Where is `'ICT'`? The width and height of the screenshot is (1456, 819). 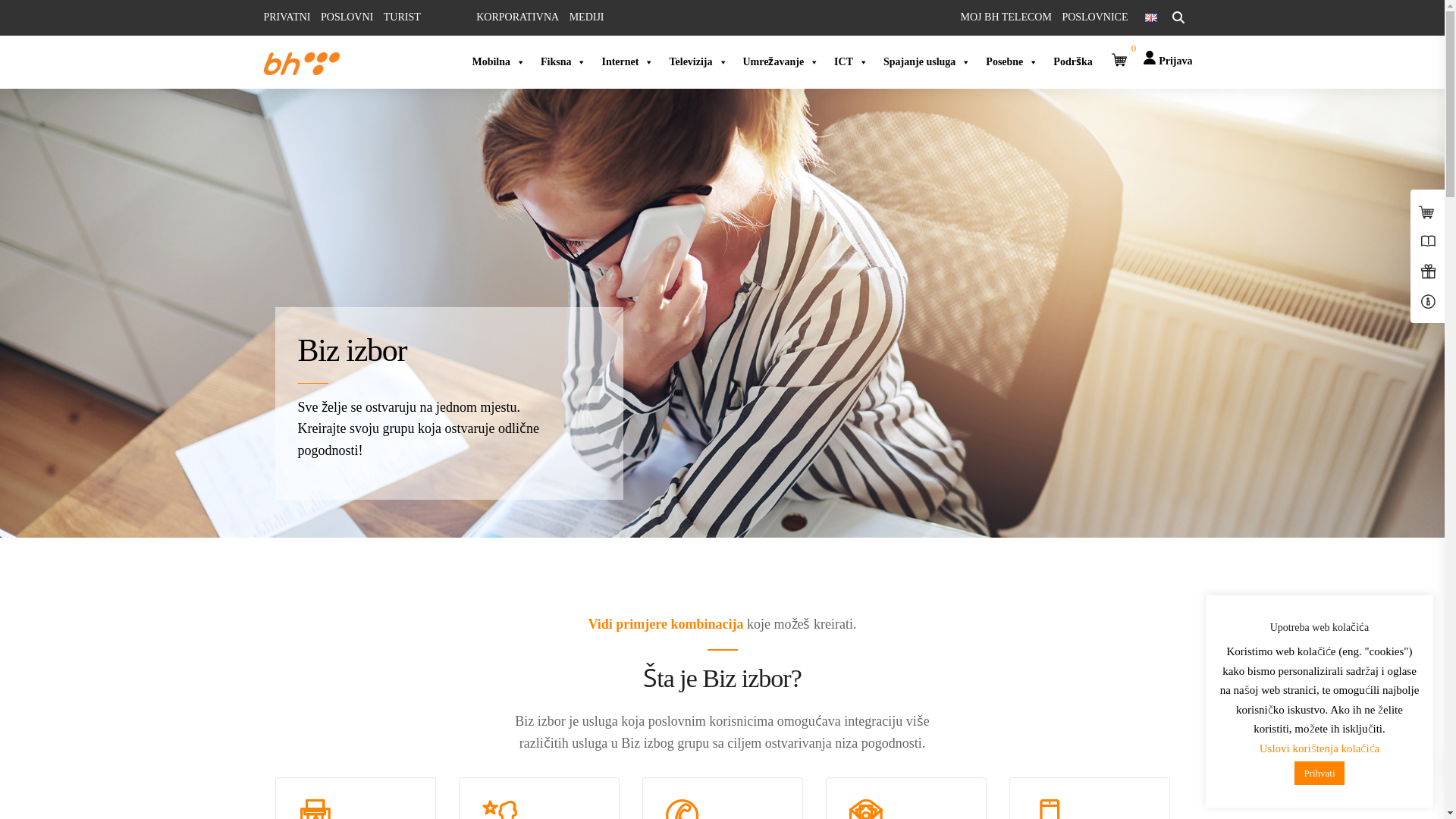 'ICT' is located at coordinates (851, 61).